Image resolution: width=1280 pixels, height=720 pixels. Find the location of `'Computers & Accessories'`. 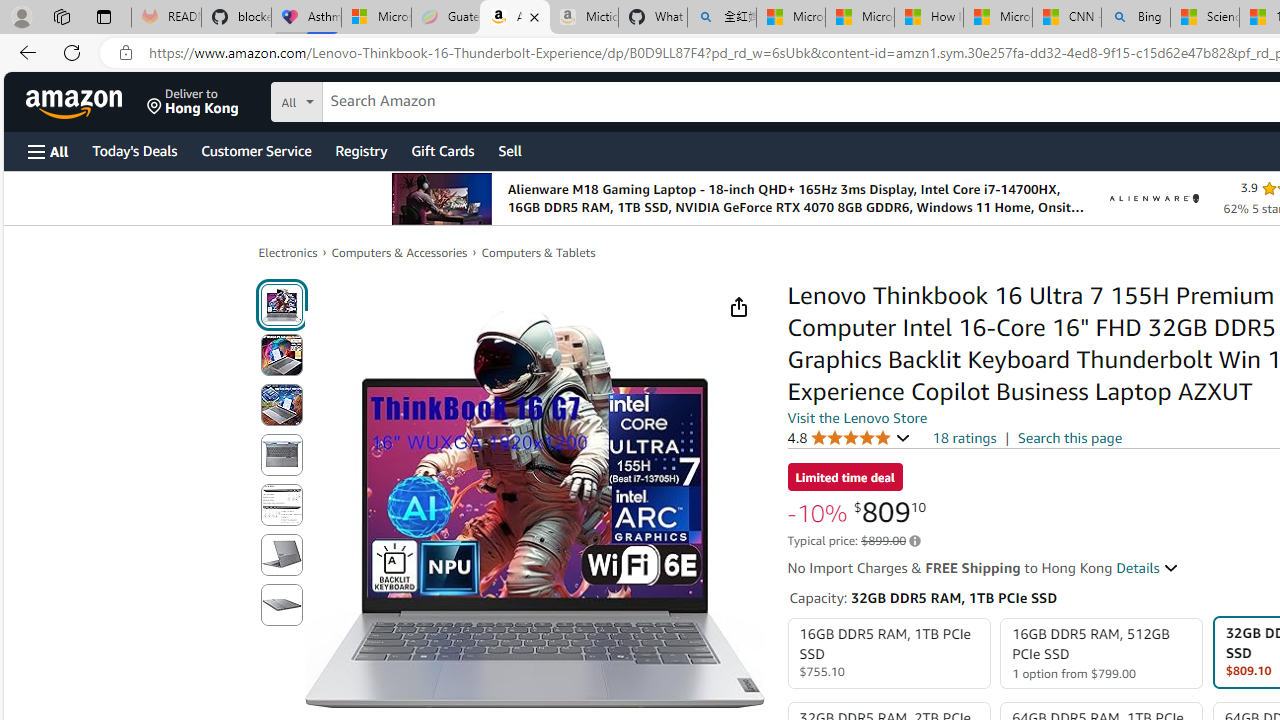

'Computers & Accessories' is located at coordinates (400, 251).